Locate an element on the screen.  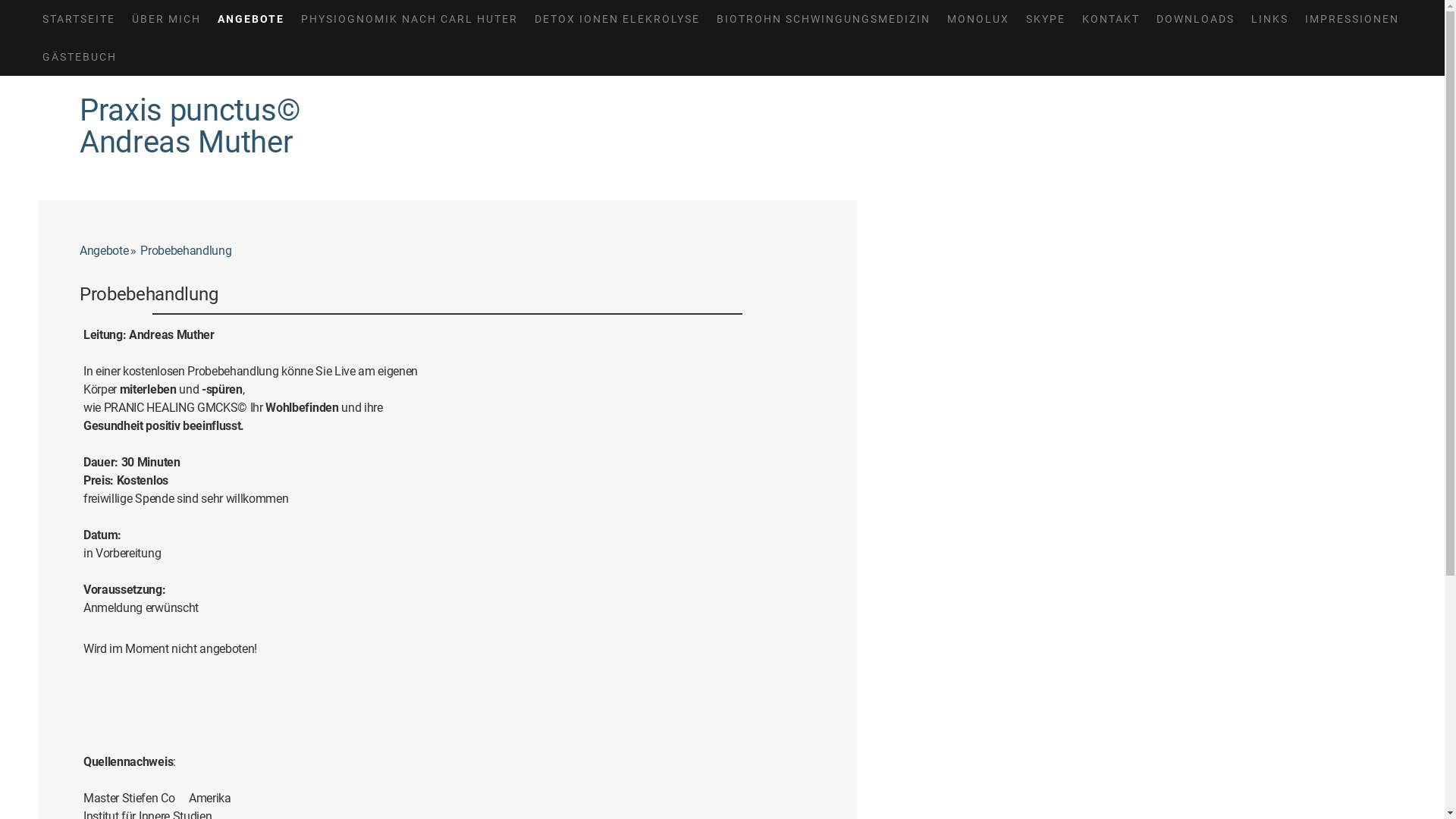
'MONOLUX' is located at coordinates (978, 18).